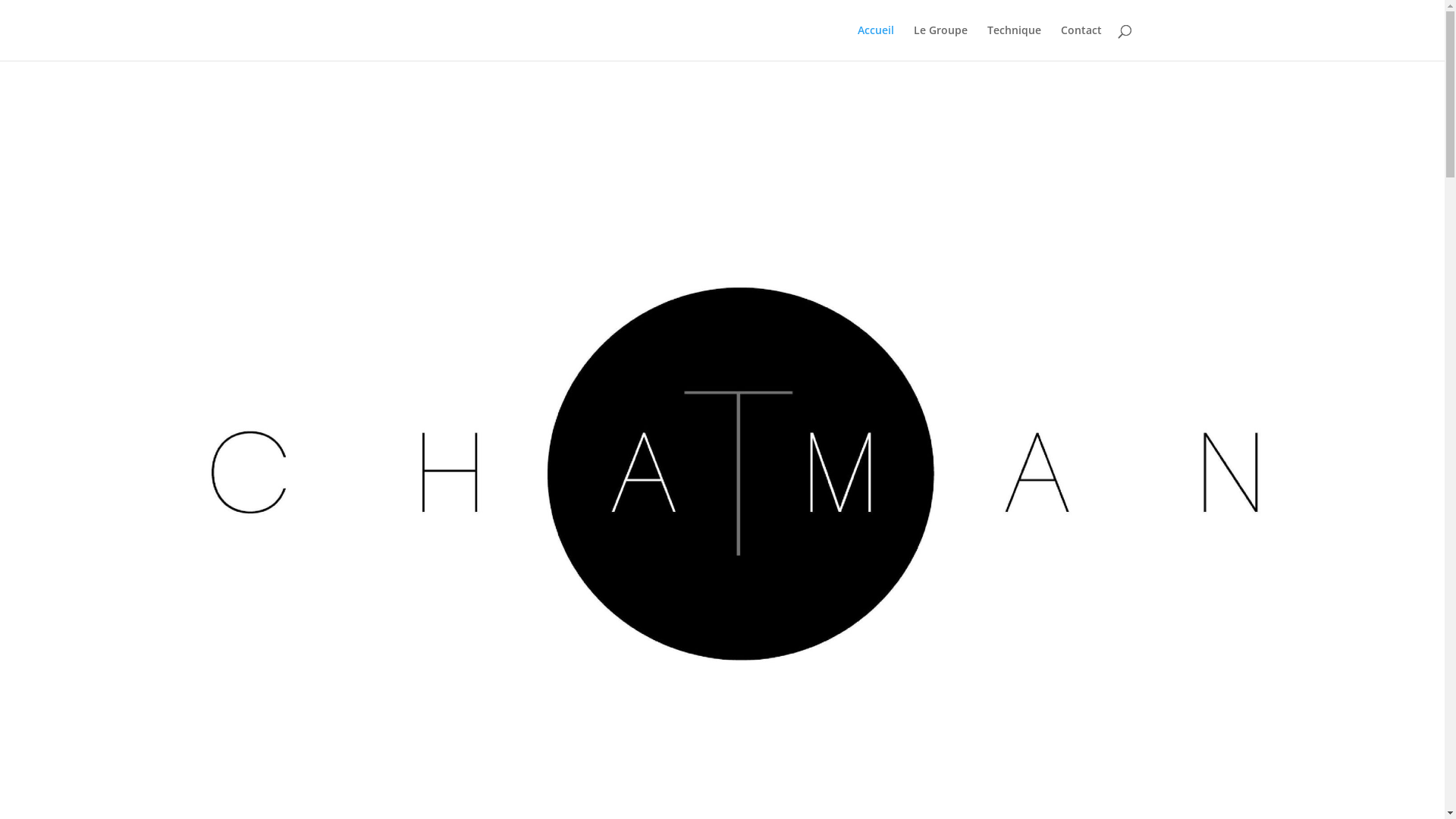  What do you see at coordinates (912, 42) in the screenshot?
I see `'Le Groupe'` at bounding box center [912, 42].